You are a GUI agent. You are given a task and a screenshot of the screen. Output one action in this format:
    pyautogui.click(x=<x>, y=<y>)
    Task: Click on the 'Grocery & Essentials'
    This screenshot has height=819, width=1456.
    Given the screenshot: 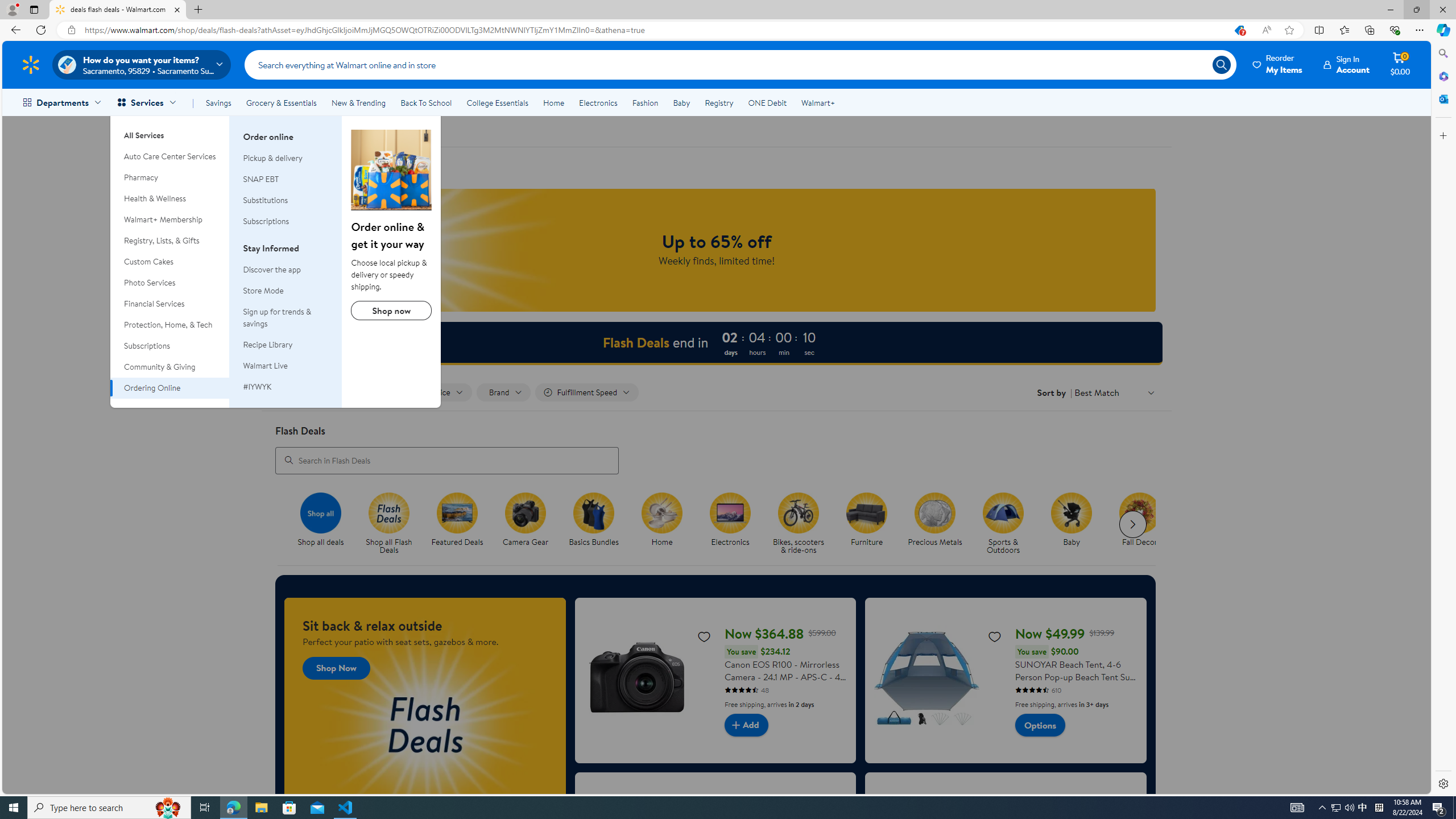 What is the action you would take?
    pyautogui.click(x=280, y=102)
    